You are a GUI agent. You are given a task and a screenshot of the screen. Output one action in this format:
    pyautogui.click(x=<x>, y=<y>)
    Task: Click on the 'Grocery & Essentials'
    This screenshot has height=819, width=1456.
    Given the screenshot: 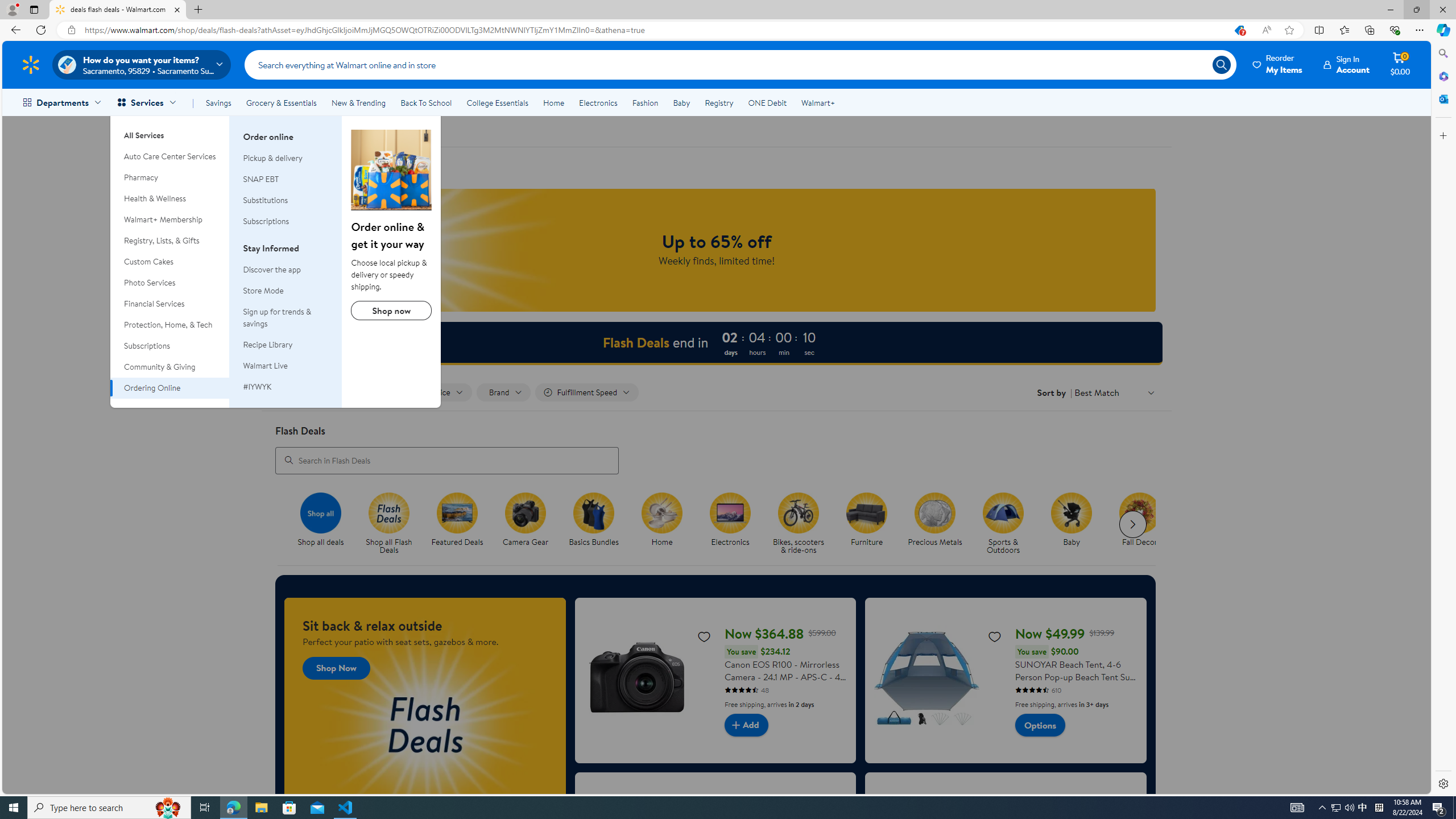 What is the action you would take?
    pyautogui.click(x=280, y=102)
    